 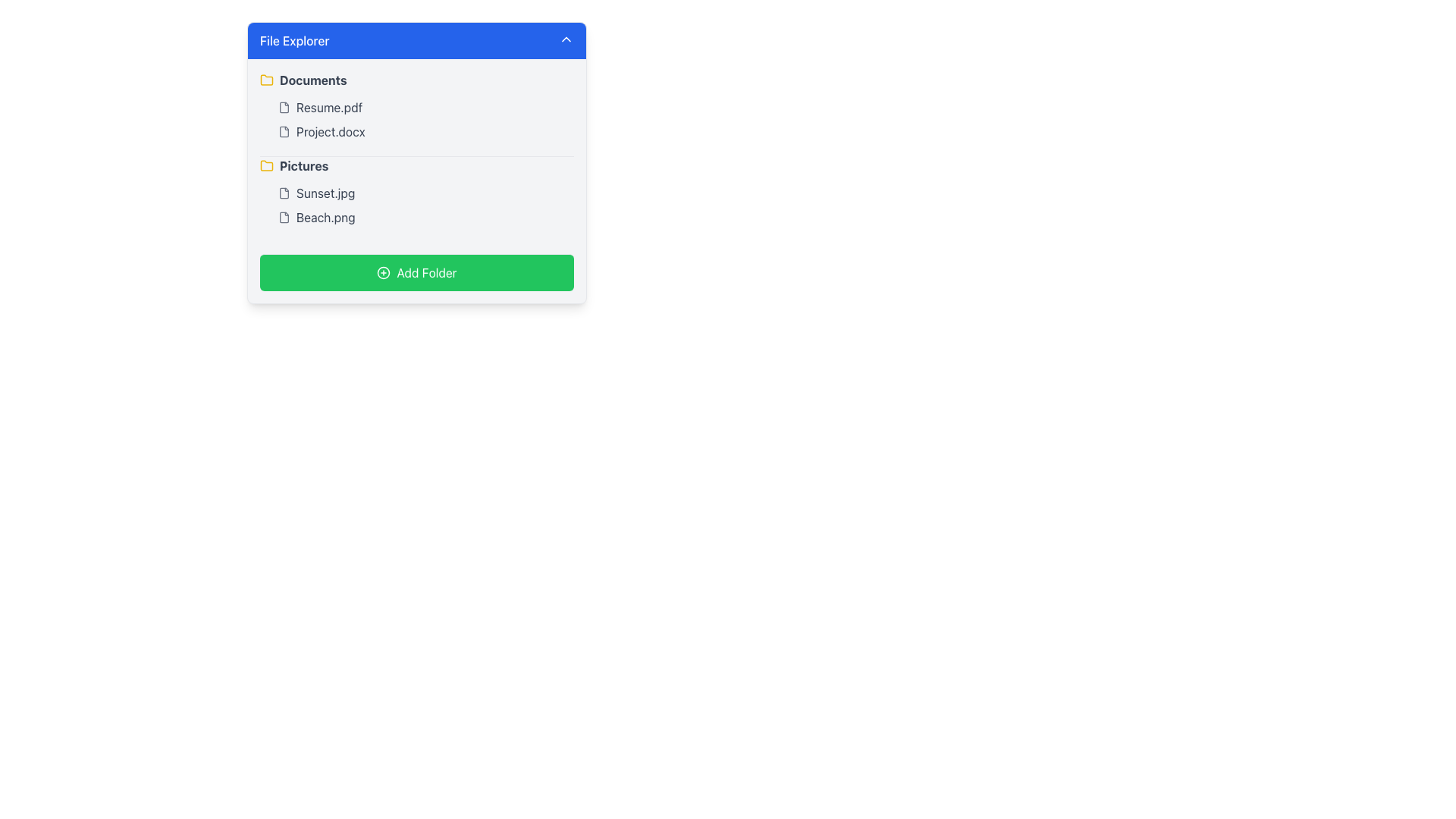 What do you see at coordinates (294, 40) in the screenshot?
I see `the 'File Explorer' text label, which is displayed in white on a blue rectangular background at the top of a card-styled interface` at bounding box center [294, 40].